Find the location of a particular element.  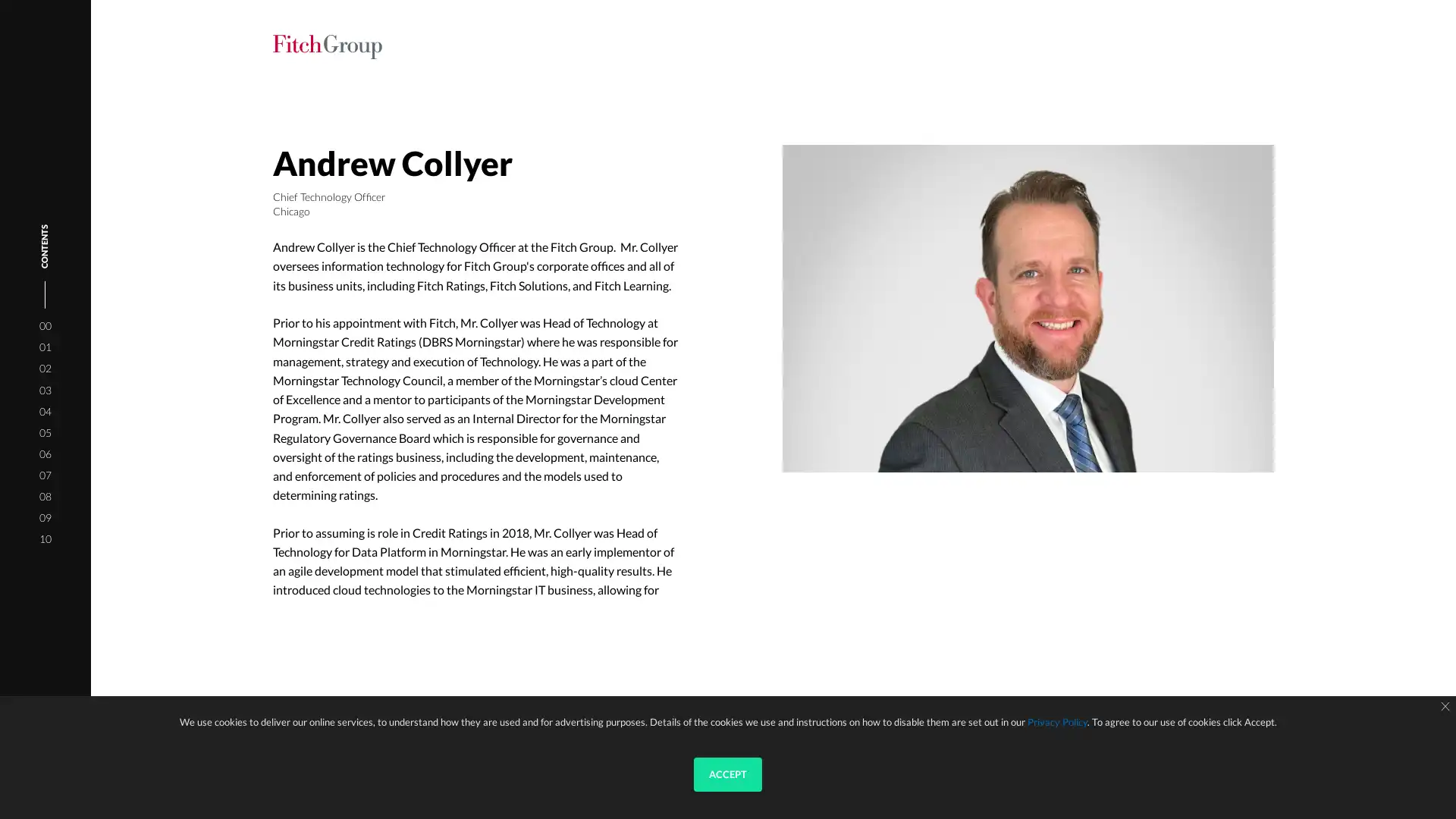

close dialog is located at coordinates (1444, 707).